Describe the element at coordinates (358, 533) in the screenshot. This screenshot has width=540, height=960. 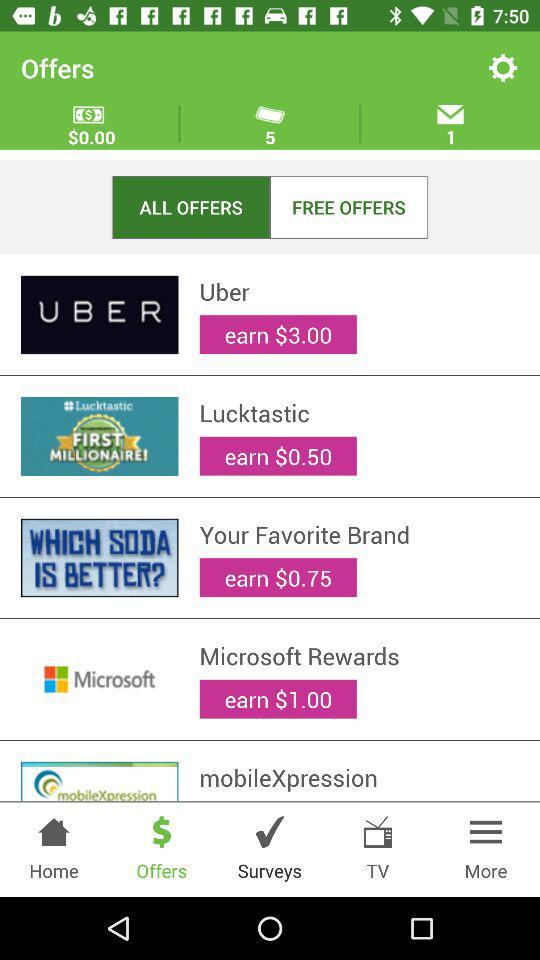
I see `item above the earn $0.75 item` at that location.